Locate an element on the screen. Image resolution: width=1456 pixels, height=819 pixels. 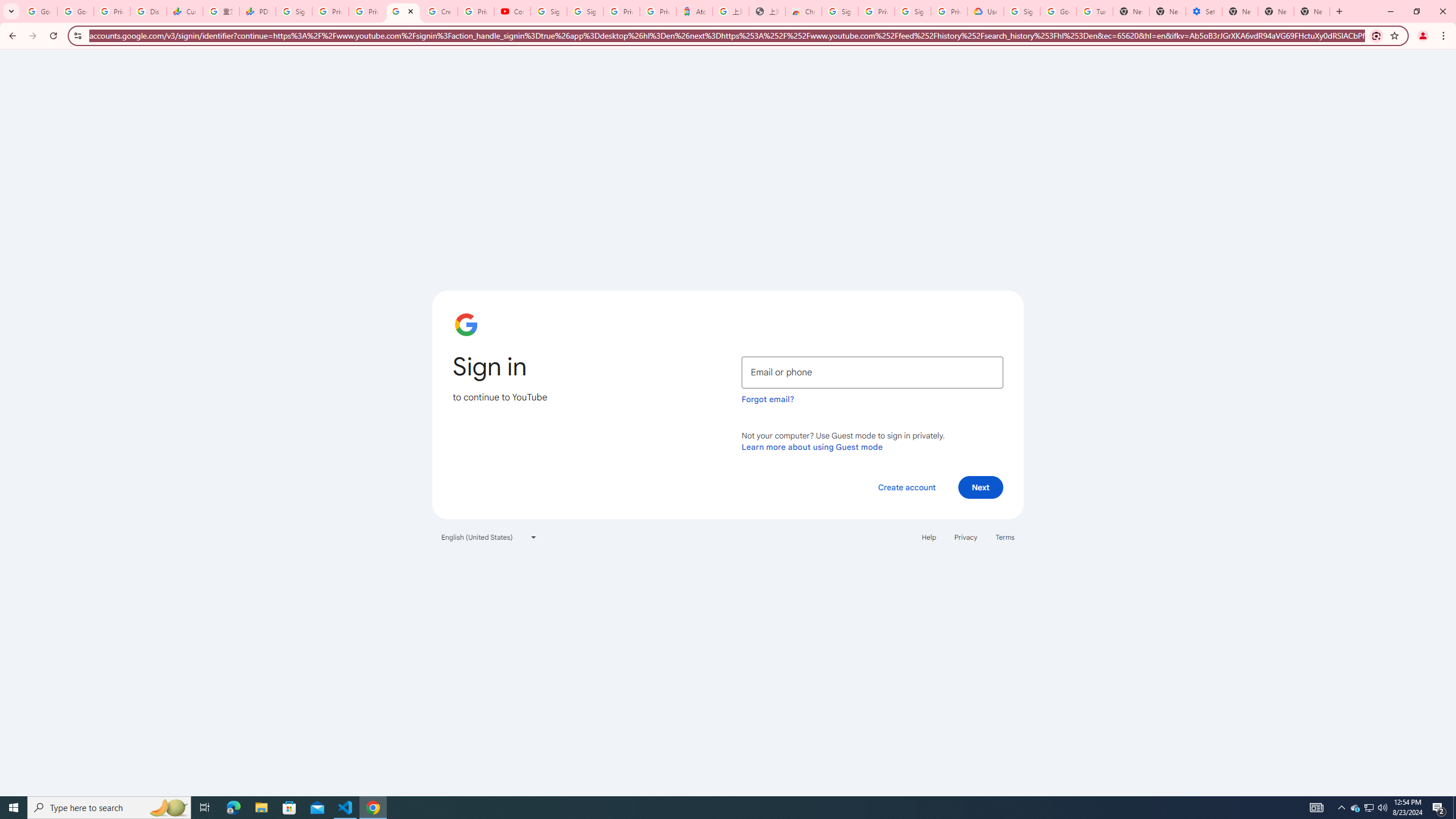
'Settings - System' is located at coordinates (1203, 11).